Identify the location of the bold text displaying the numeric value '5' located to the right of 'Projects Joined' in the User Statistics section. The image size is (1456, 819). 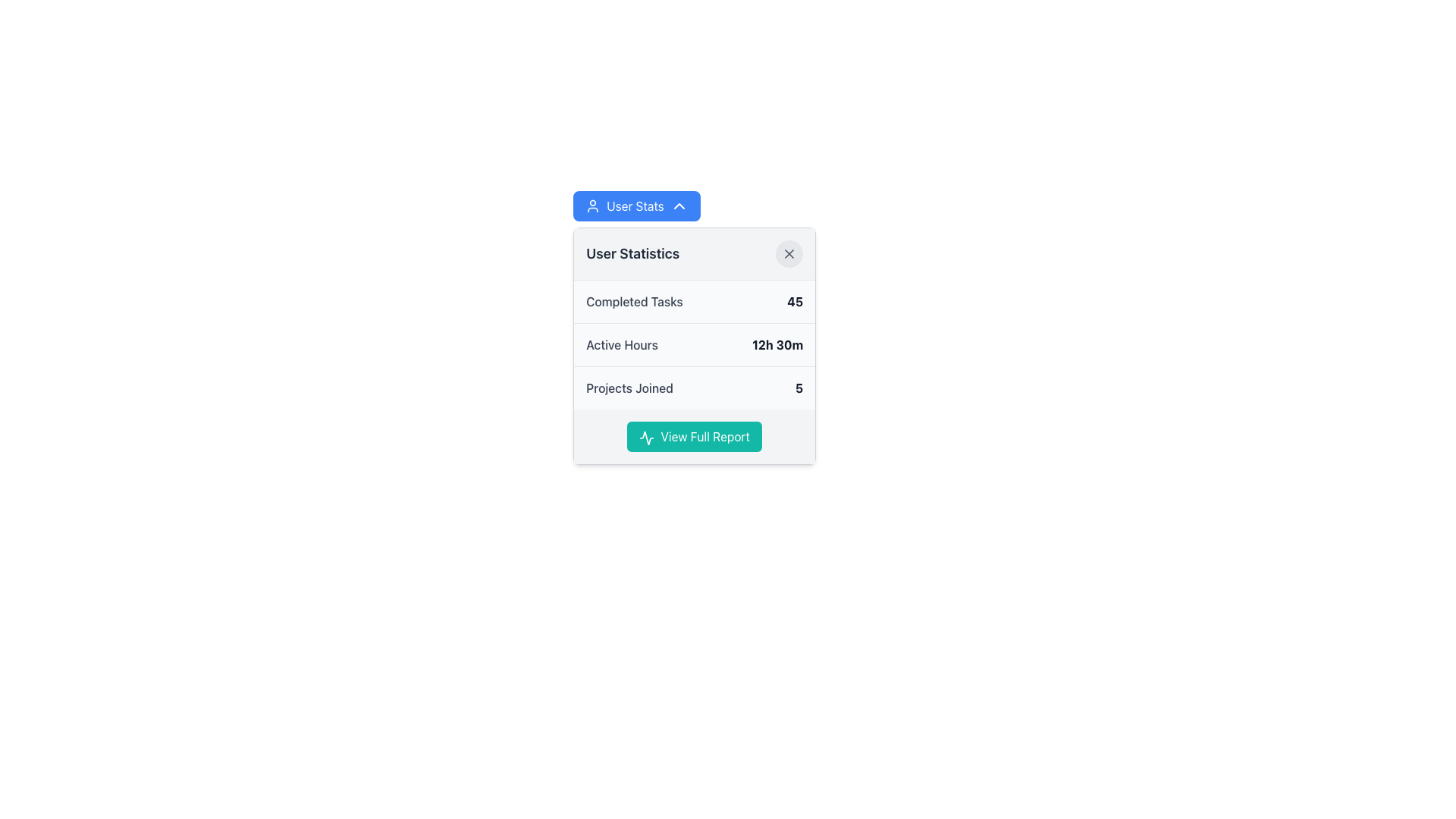
(799, 388).